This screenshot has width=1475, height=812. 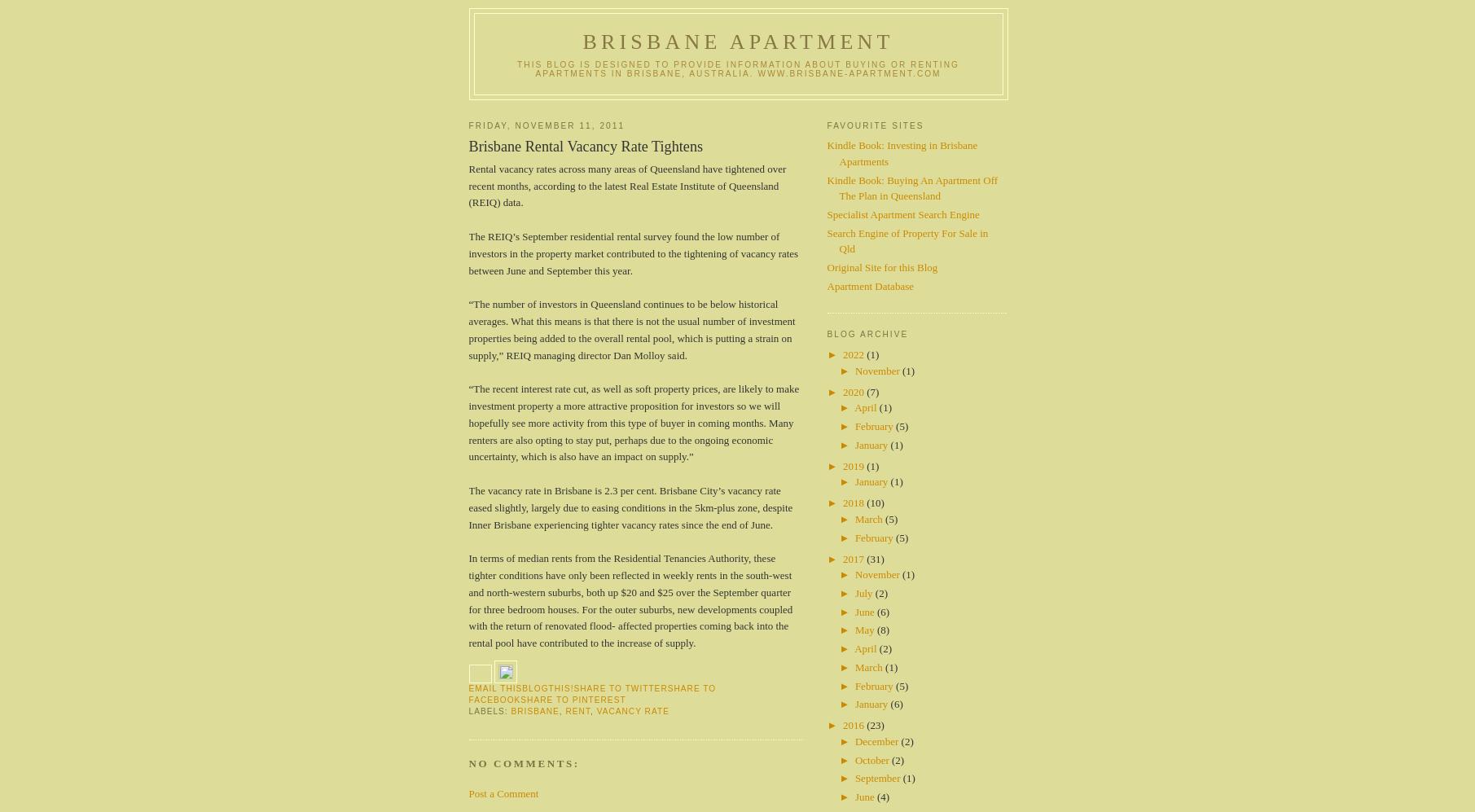 I want to click on 'Original Site for this Blog', so click(x=881, y=266).